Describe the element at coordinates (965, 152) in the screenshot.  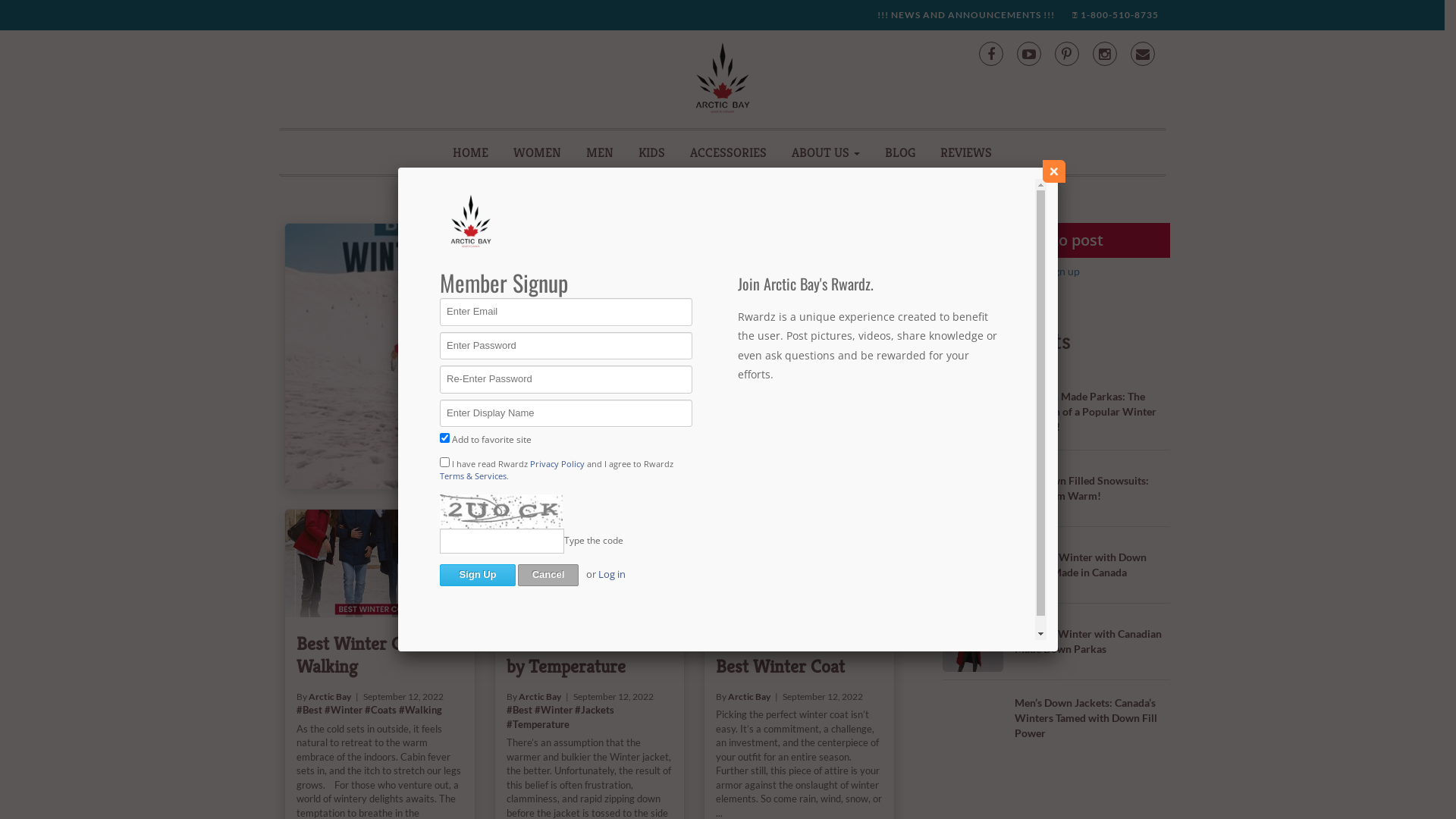
I see `'REVIEWS'` at that location.